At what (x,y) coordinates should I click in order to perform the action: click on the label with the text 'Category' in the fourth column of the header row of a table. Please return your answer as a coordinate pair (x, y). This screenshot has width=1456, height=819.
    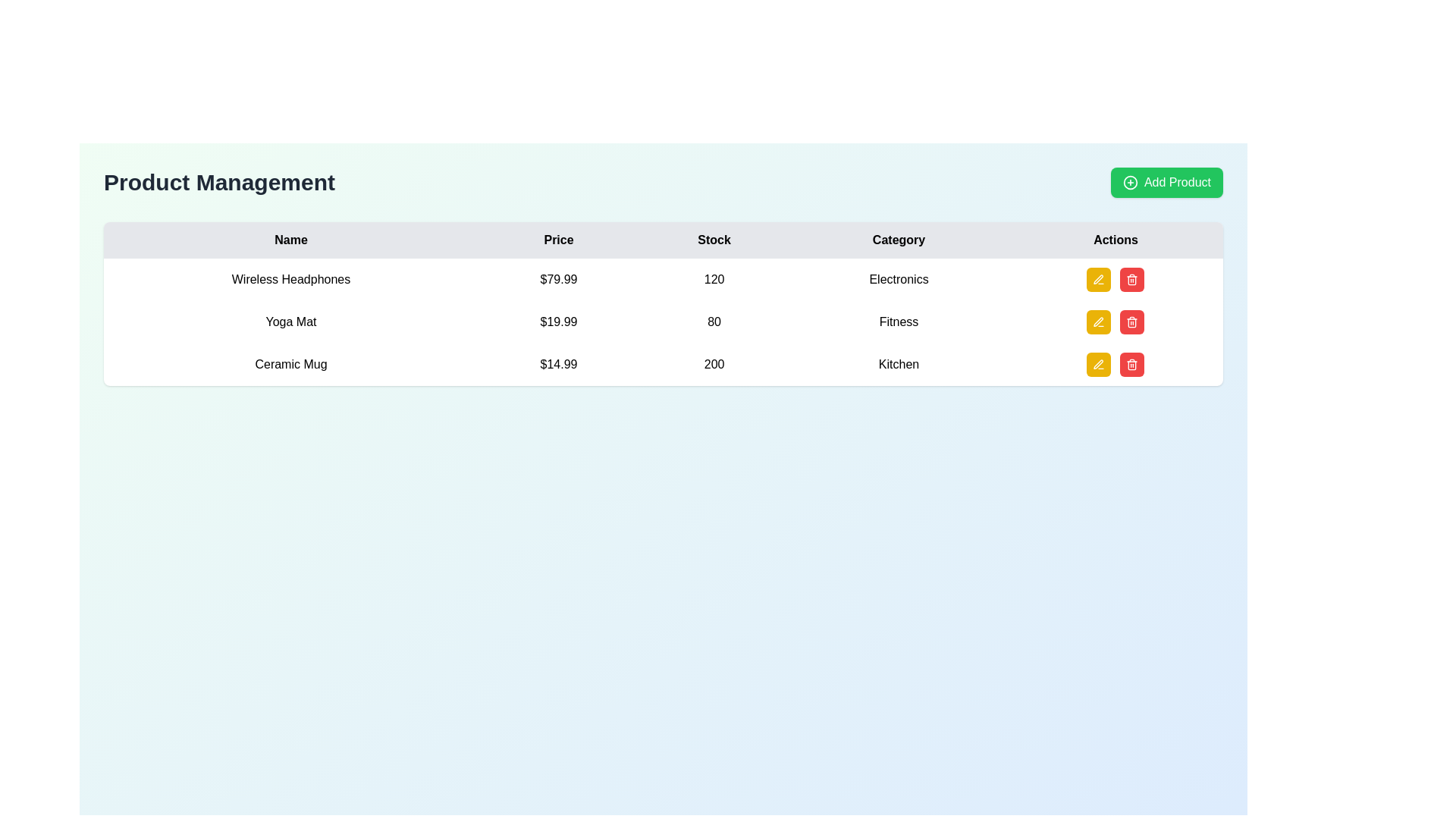
    Looking at the image, I should click on (899, 239).